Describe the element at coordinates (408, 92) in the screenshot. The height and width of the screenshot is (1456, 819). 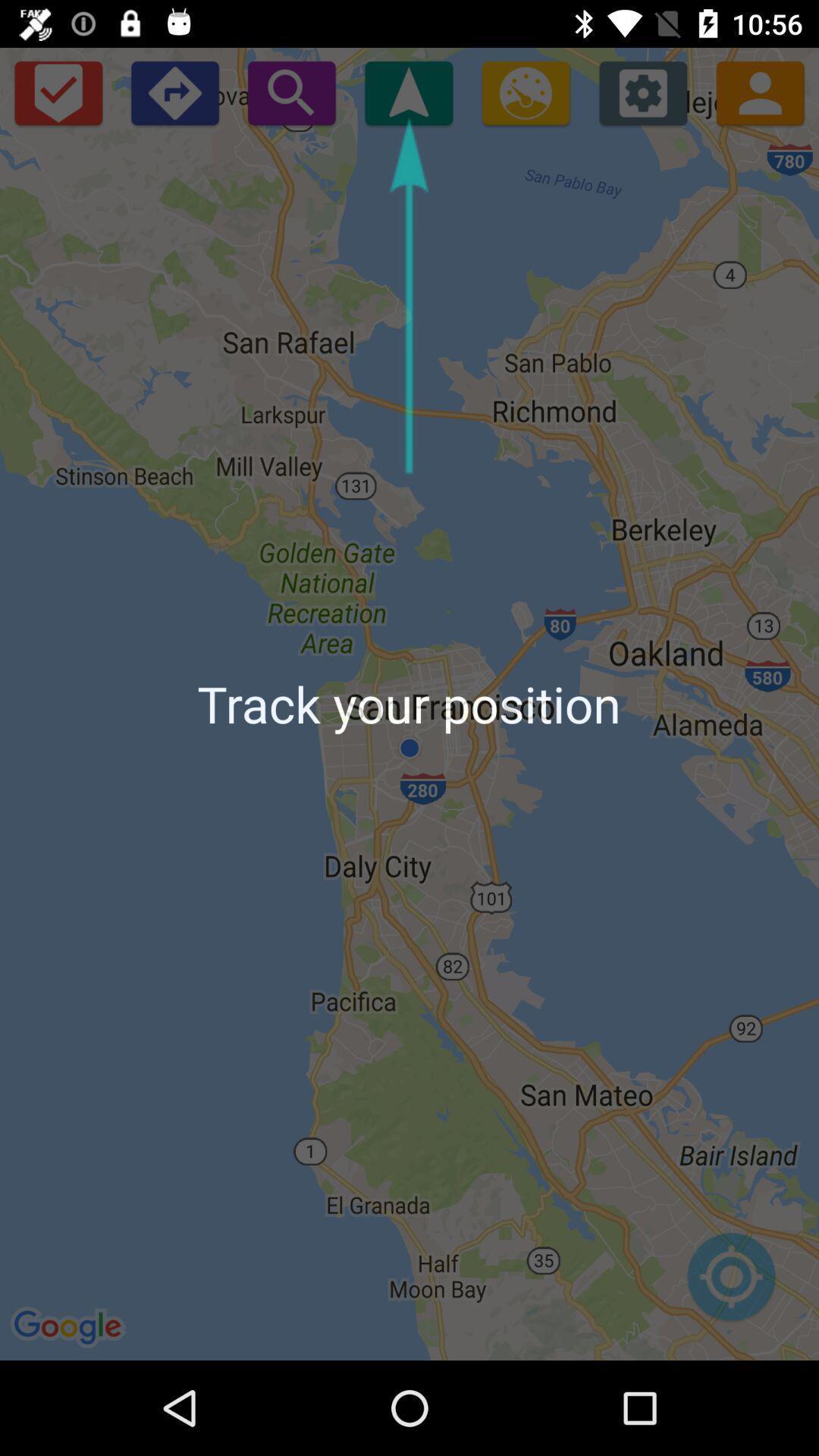
I see `the navigation icon` at that location.